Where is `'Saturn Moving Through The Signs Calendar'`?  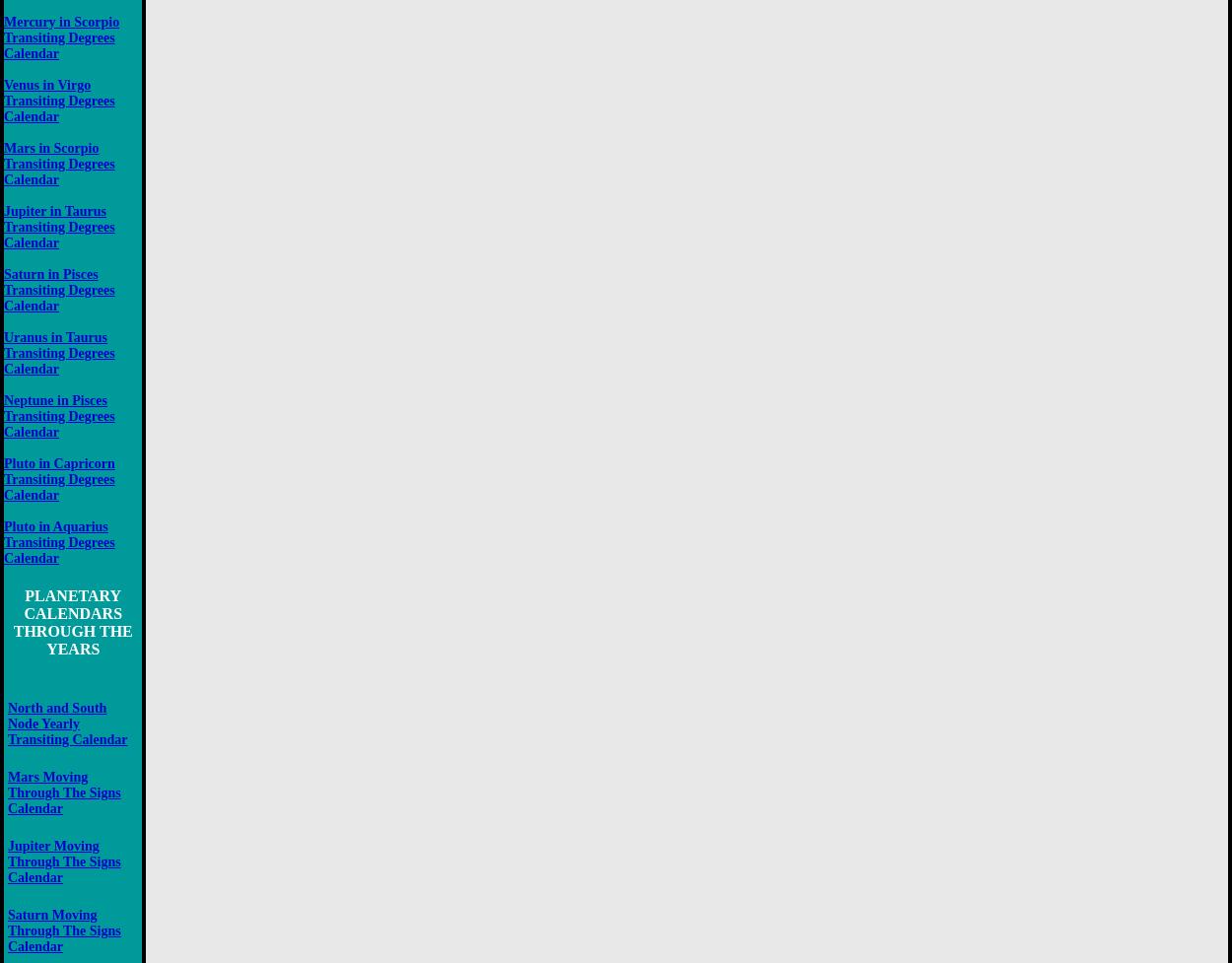 'Saturn Moving Through The Signs Calendar' is located at coordinates (63, 929).